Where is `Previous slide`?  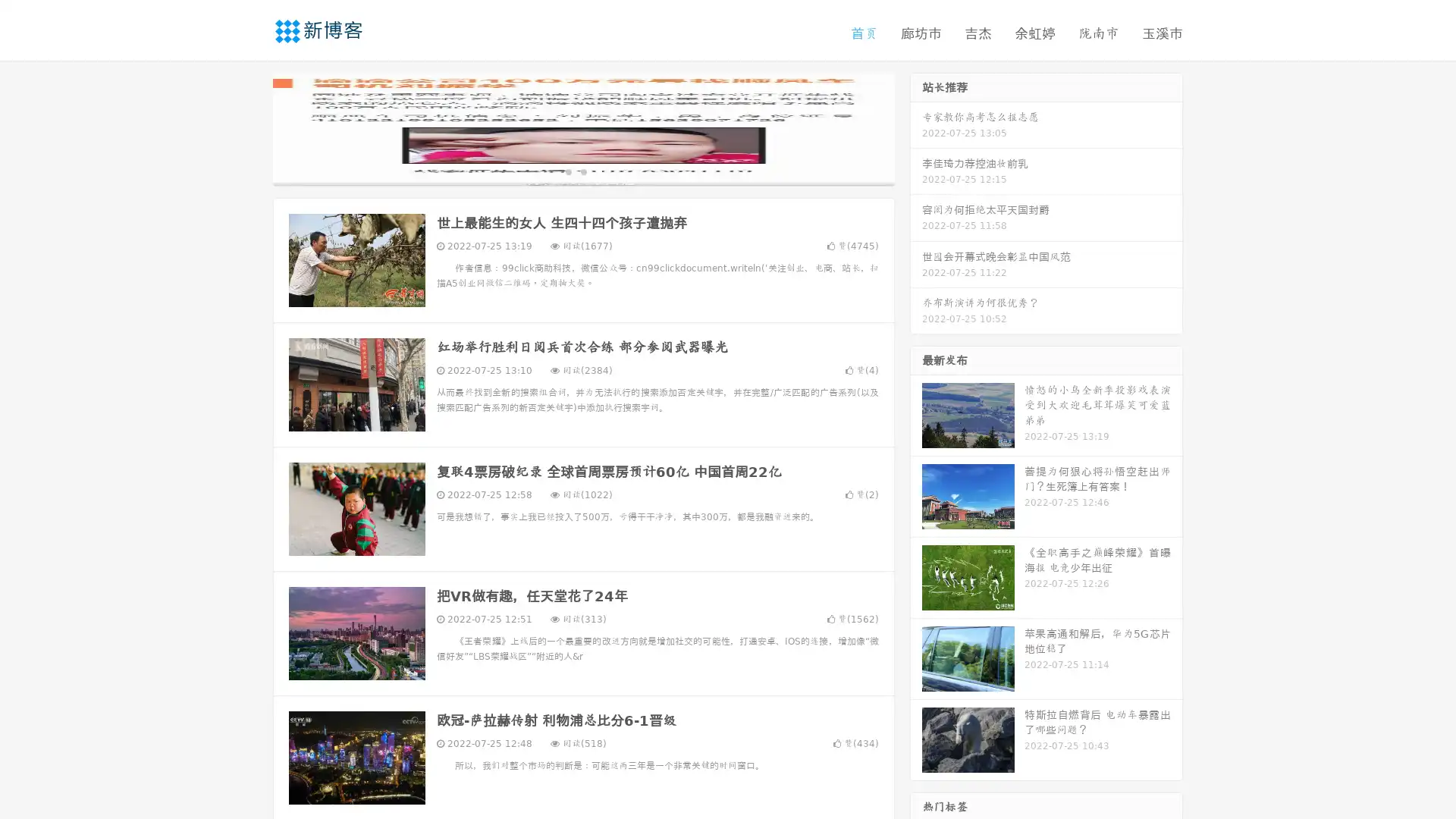 Previous slide is located at coordinates (250, 127).